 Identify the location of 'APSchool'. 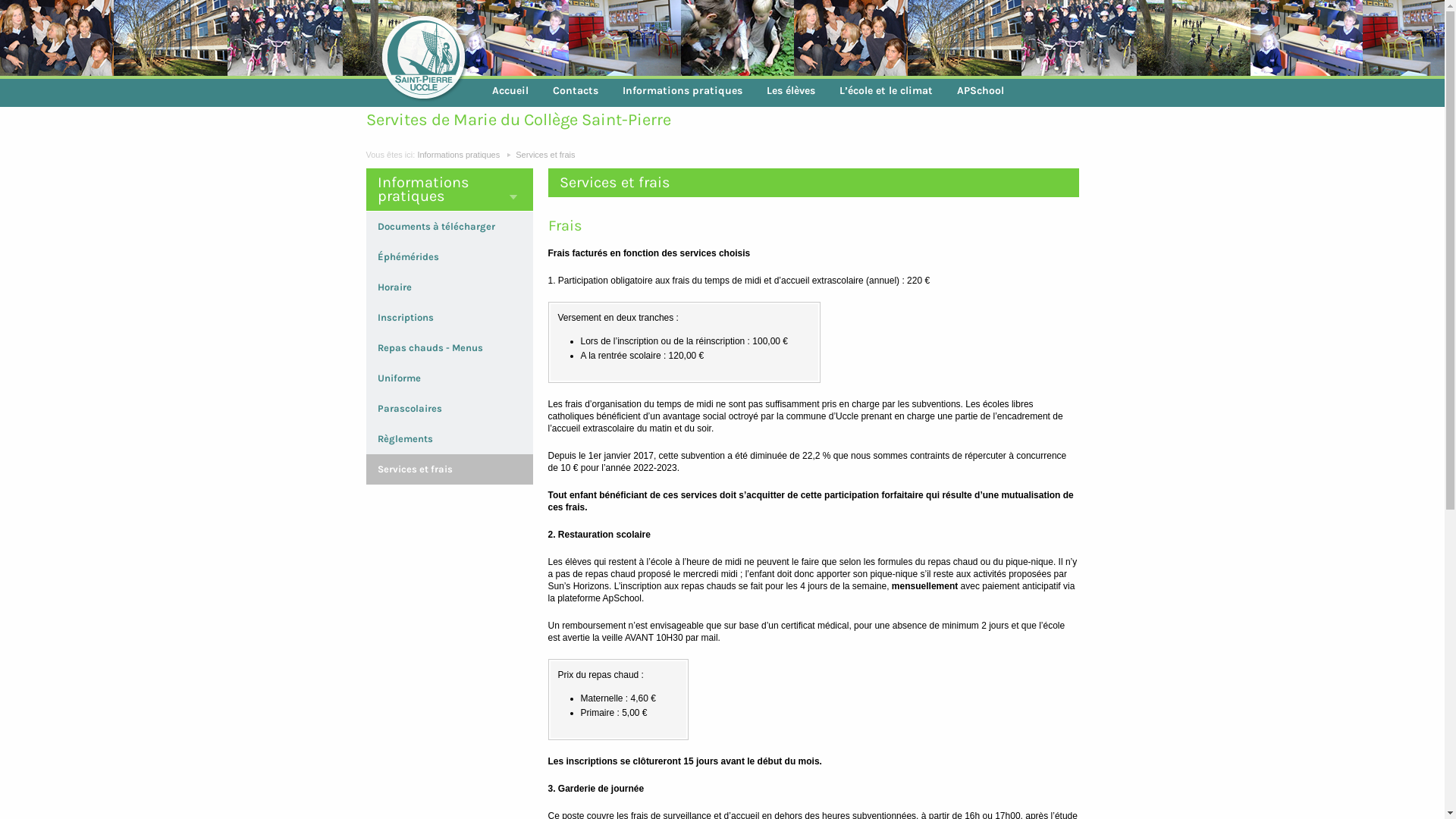
(980, 90).